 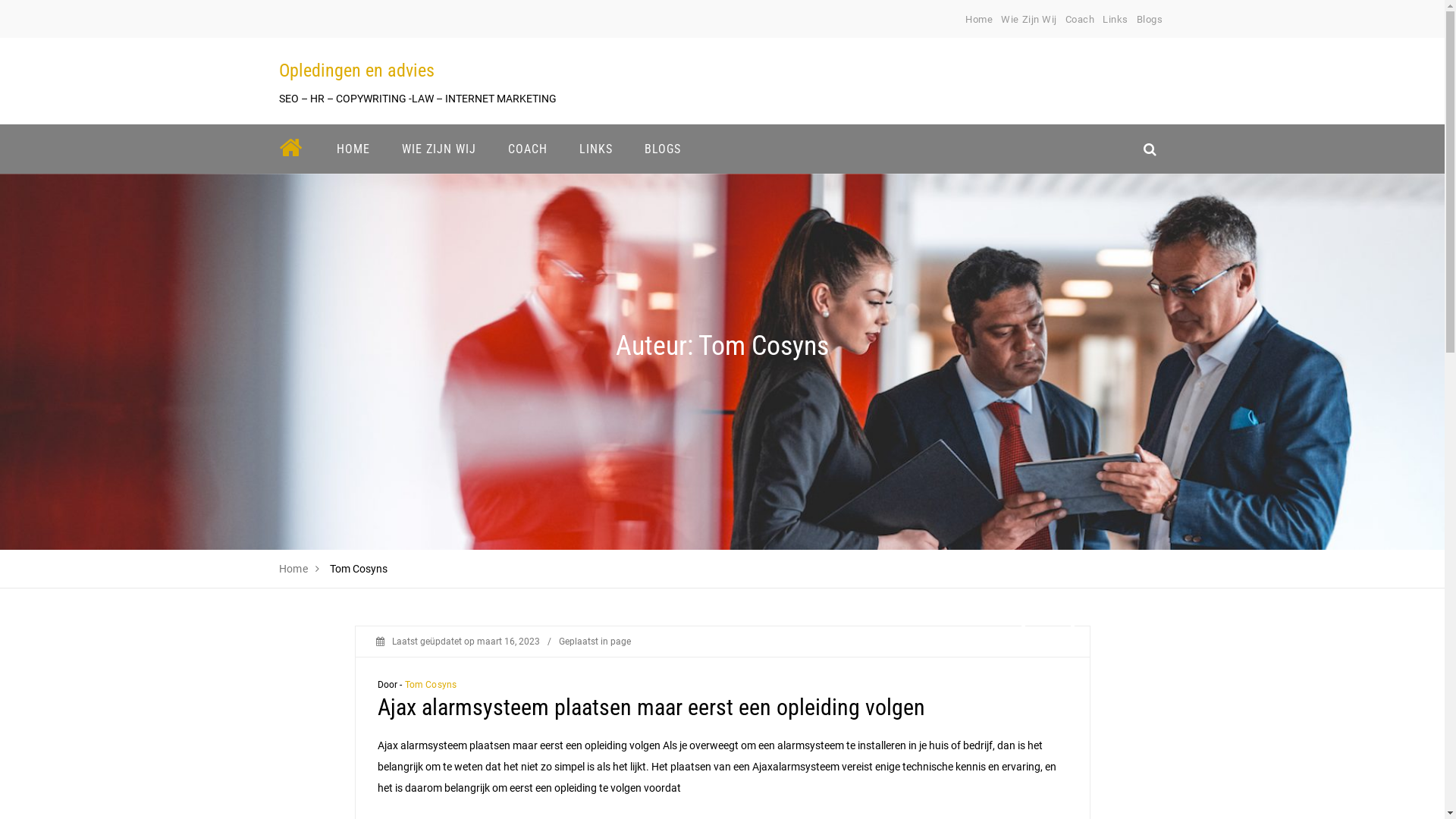 What do you see at coordinates (620, 641) in the screenshot?
I see `'page'` at bounding box center [620, 641].